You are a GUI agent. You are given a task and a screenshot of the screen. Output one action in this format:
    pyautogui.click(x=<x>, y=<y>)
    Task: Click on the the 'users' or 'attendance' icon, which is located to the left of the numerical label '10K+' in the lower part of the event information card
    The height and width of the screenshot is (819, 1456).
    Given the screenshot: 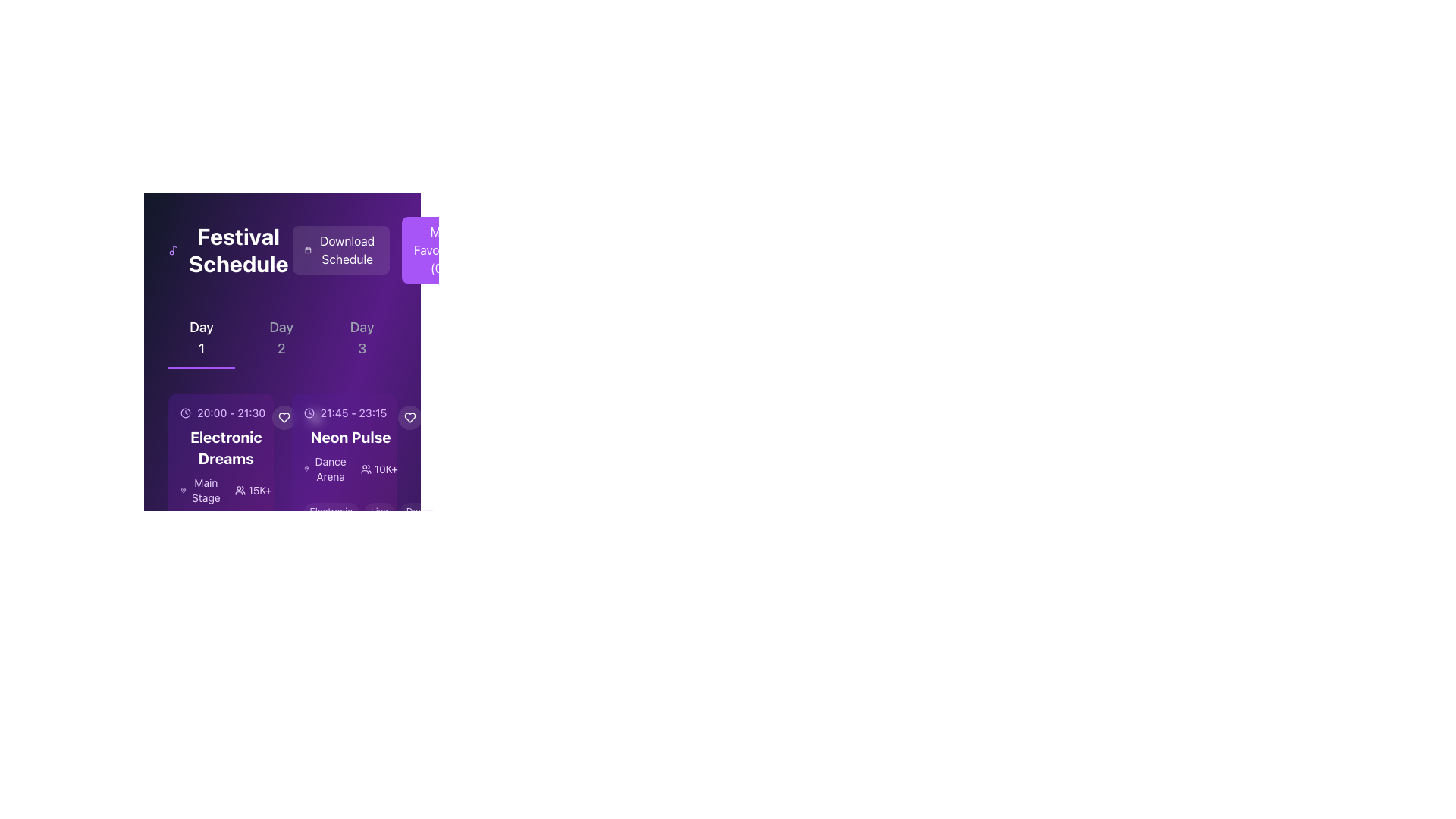 What is the action you would take?
    pyautogui.click(x=366, y=468)
    